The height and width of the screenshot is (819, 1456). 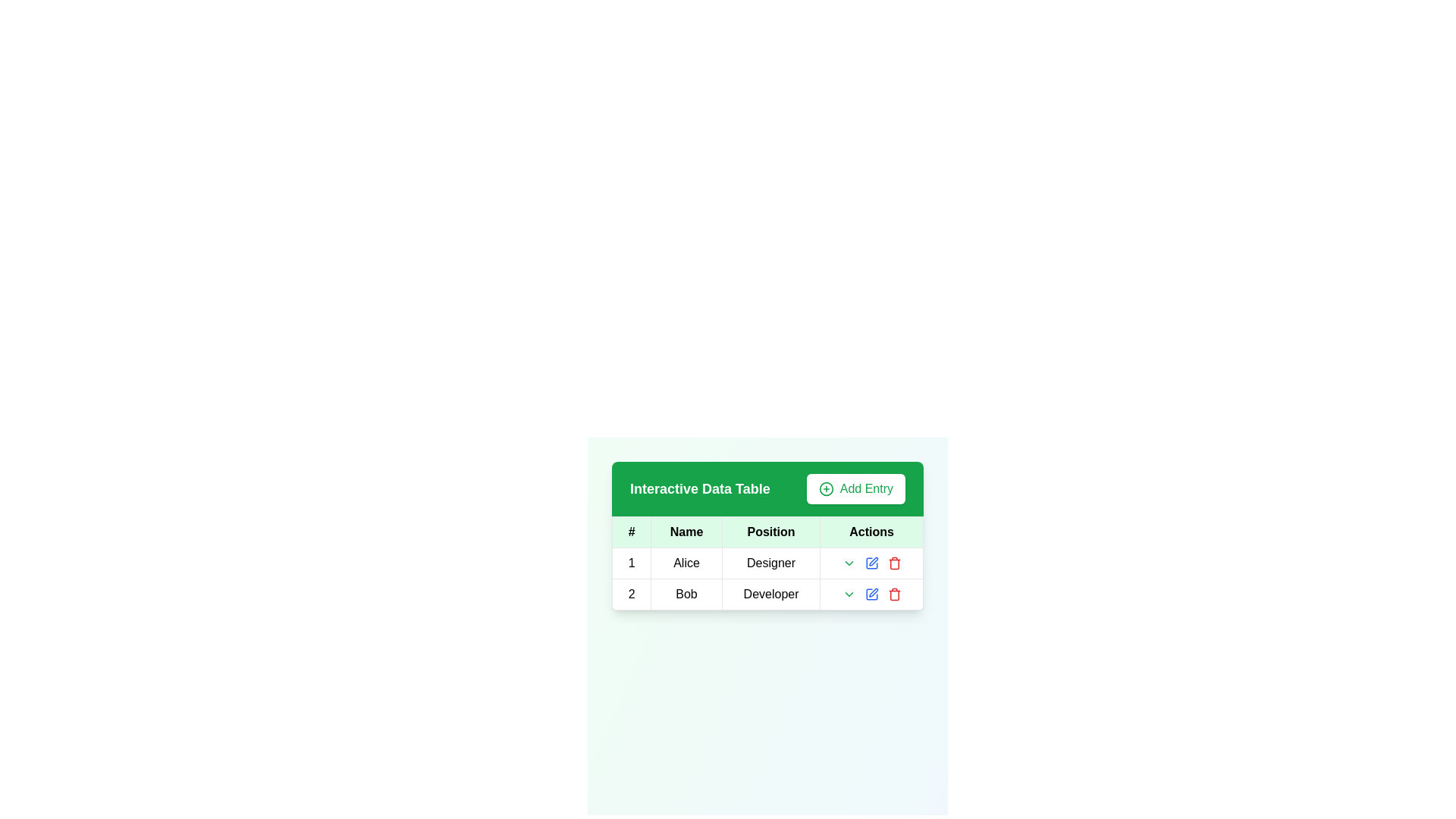 I want to click on the blue pencil icon button in the Actions column of the second row to initiate the editing action for the entry labeled 'Bob', so click(x=871, y=563).